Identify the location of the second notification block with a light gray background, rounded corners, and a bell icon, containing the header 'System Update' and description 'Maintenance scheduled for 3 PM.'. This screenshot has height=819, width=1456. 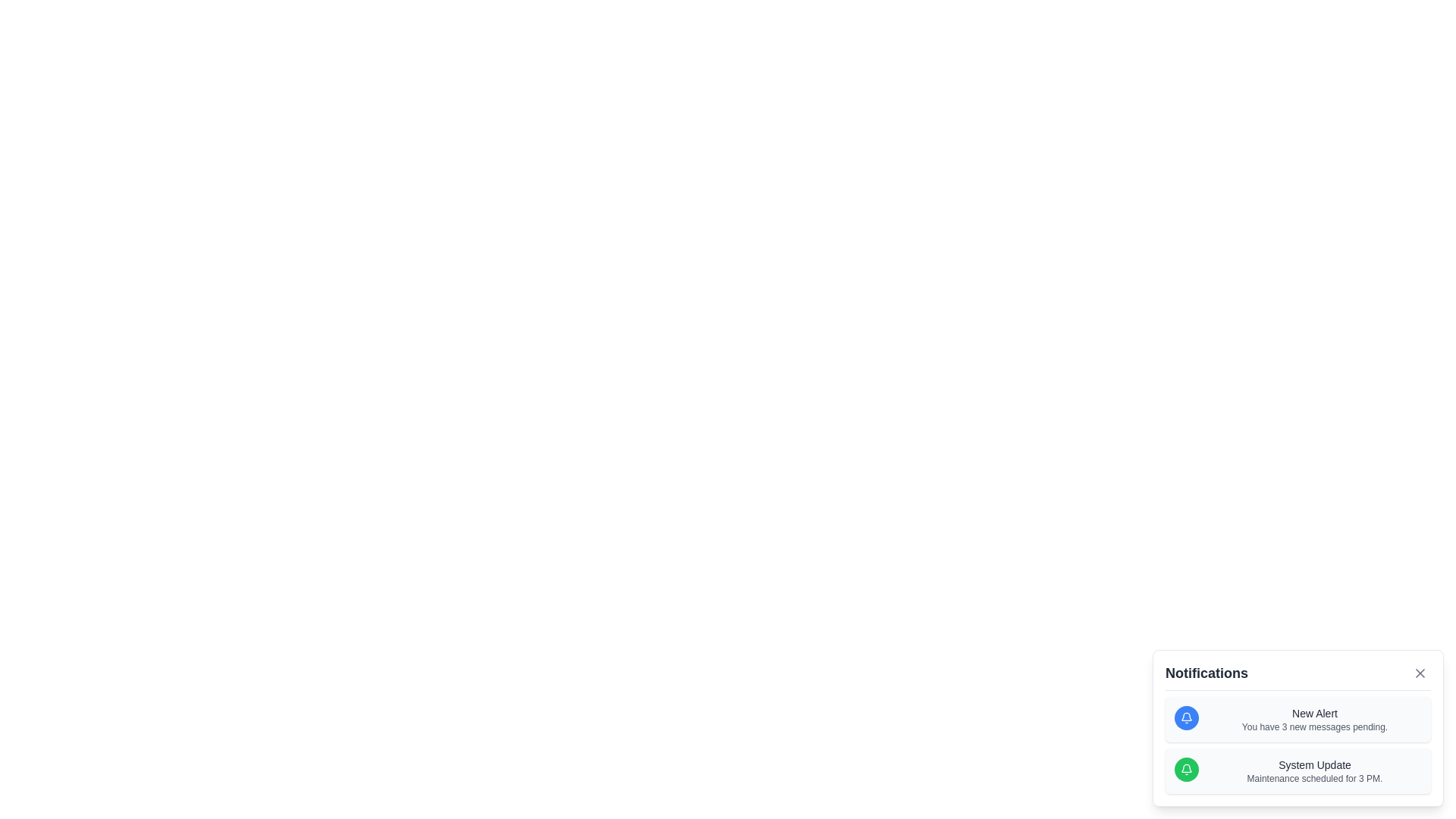
(1298, 771).